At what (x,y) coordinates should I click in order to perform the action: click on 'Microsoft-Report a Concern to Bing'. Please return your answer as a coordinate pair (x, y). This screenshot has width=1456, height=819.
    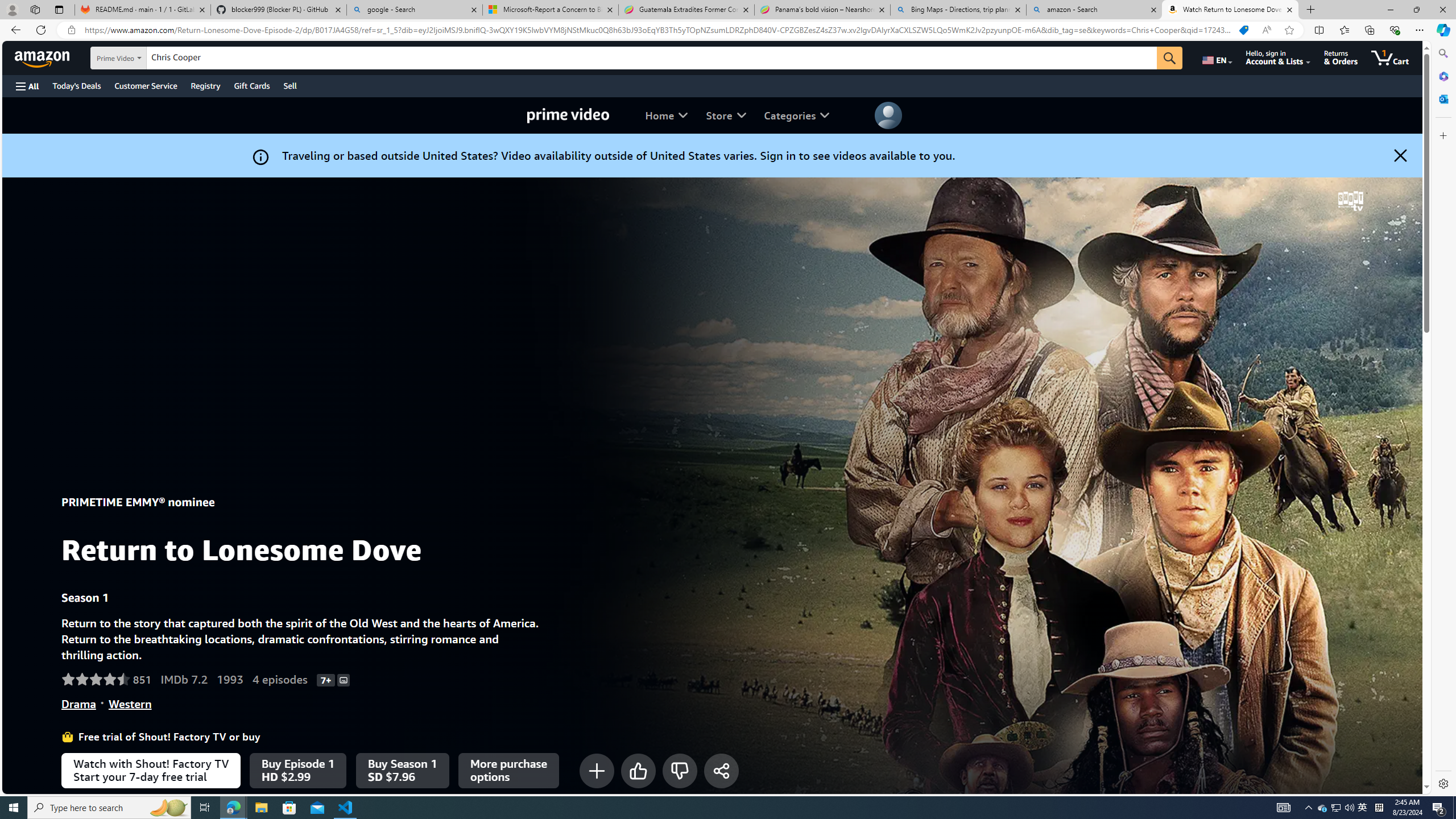
    Looking at the image, I should click on (549, 9).